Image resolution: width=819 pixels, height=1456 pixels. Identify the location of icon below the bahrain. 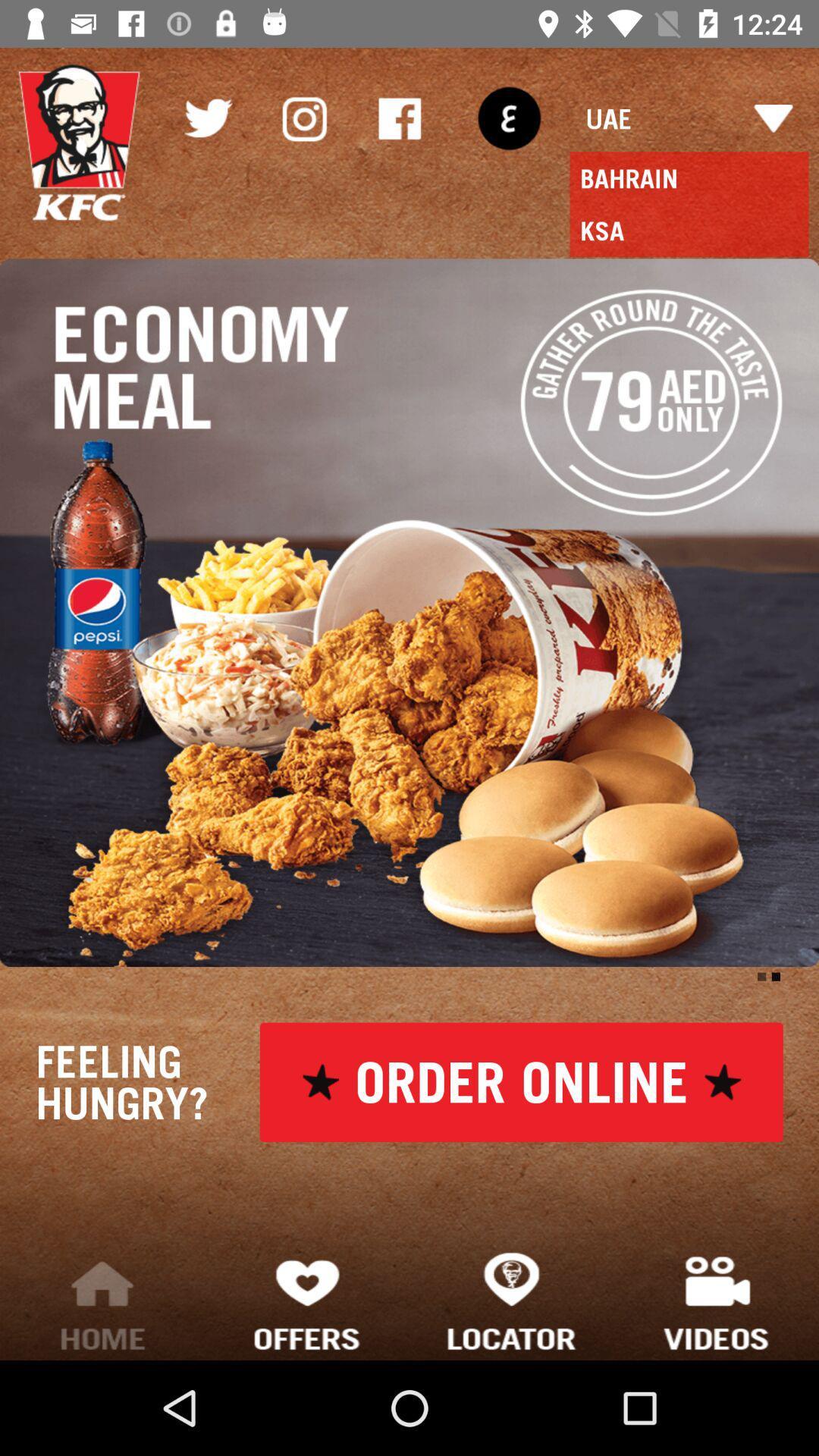
(689, 230).